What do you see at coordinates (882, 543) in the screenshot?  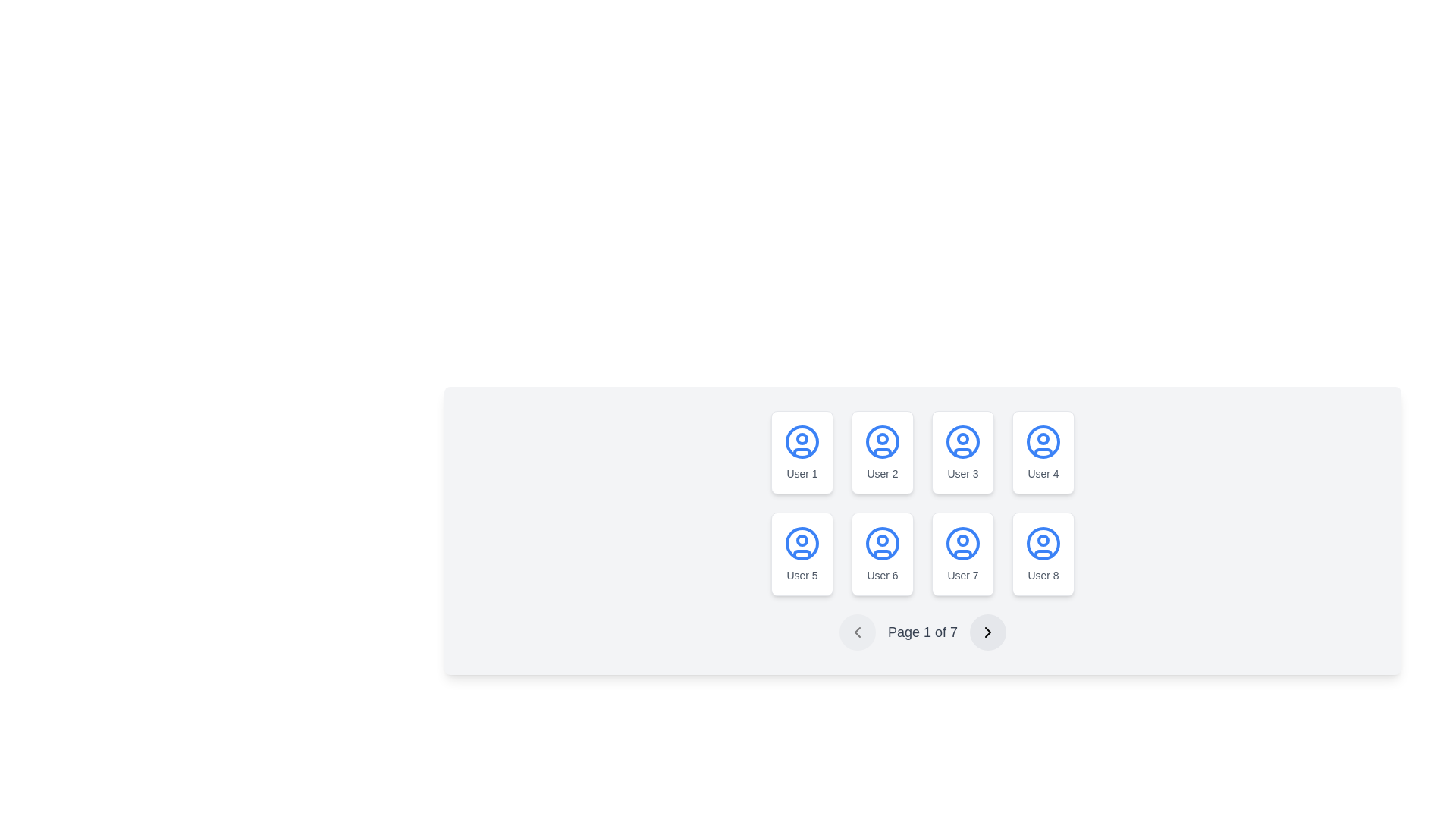 I see `the Avatar Icon representing User 6, located in the second row, second column of the grid layout` at bounding box center [882, 543].